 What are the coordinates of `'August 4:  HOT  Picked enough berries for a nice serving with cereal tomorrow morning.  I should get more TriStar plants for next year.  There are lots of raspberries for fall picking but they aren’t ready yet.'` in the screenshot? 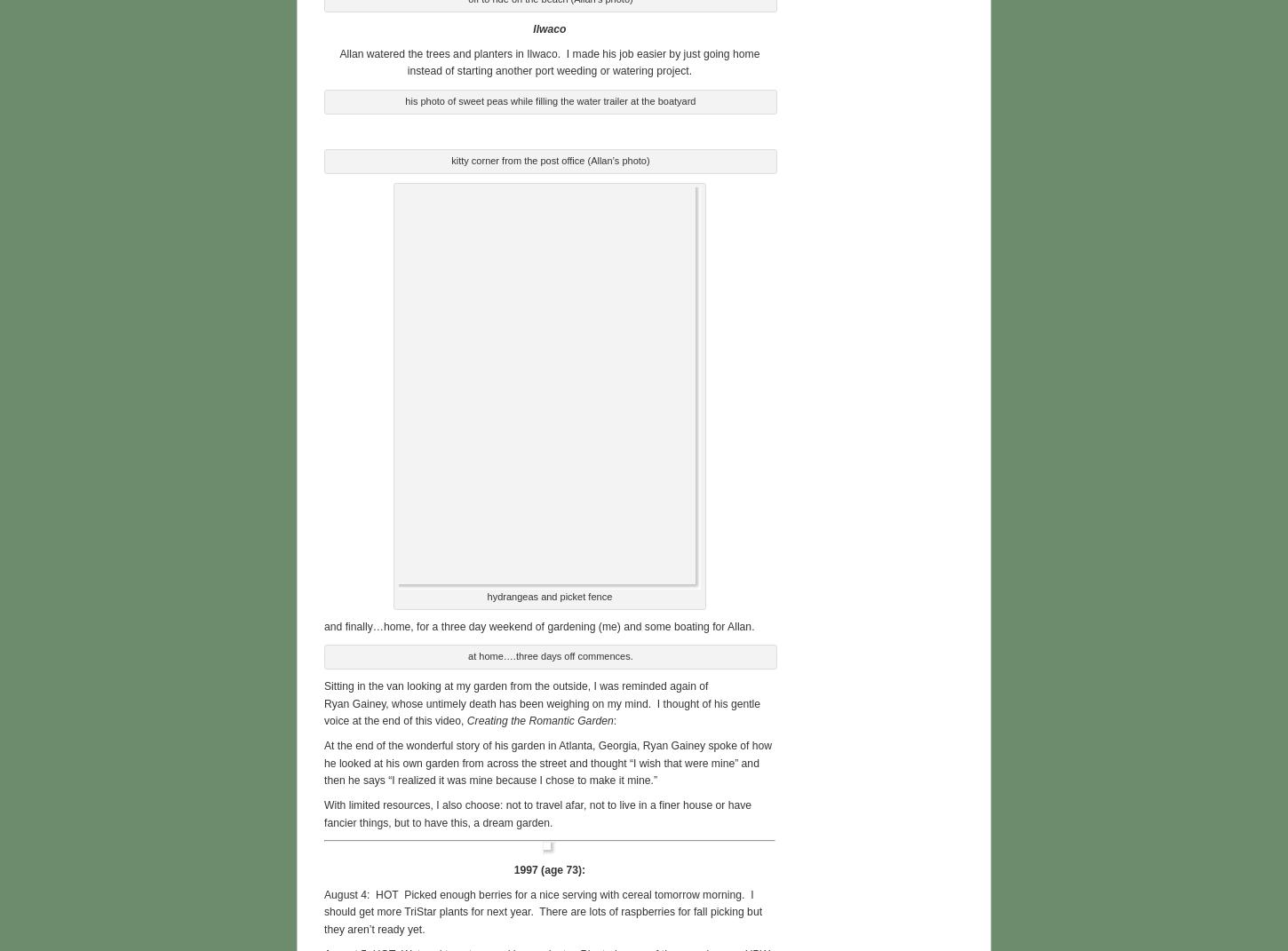 It's located at (542, 909).